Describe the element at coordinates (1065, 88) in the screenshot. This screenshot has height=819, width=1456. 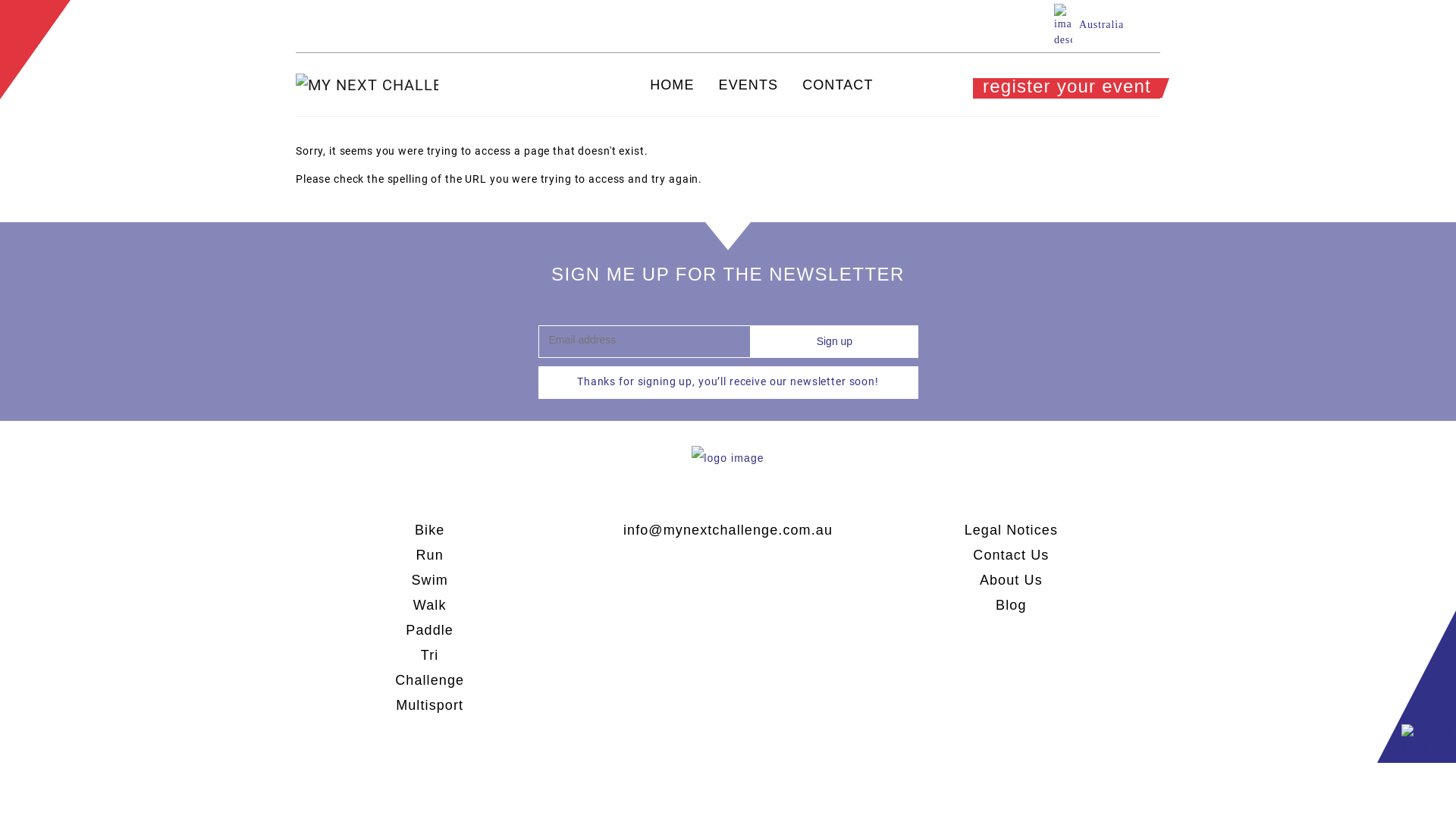
I see `'register your event'` at that location.